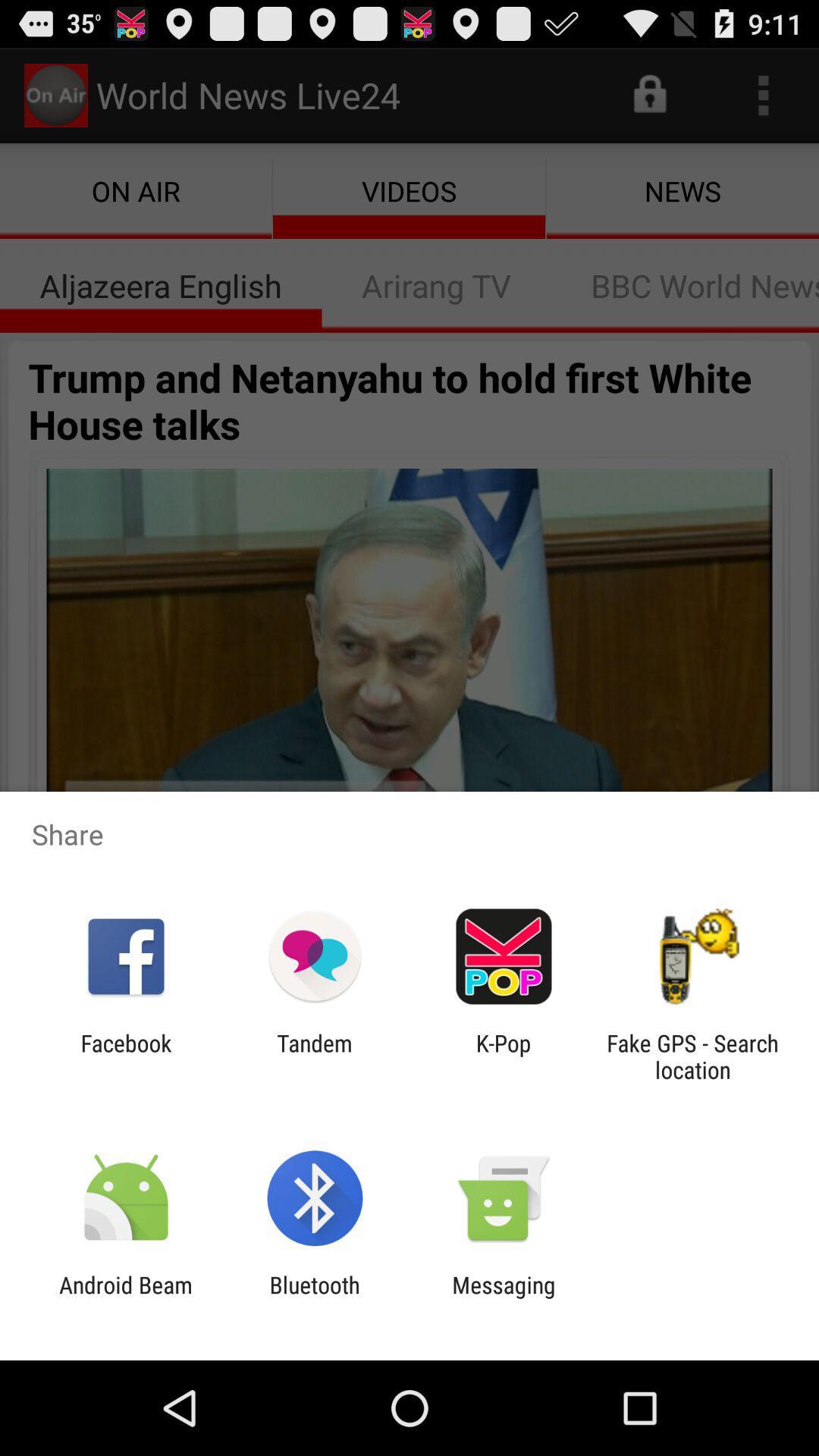 The image size is (819, 1456). What do you see at coordinates (504, 1056) in the screenshot?
I see `item next to tandem item` at bounding box center [504, 1056].